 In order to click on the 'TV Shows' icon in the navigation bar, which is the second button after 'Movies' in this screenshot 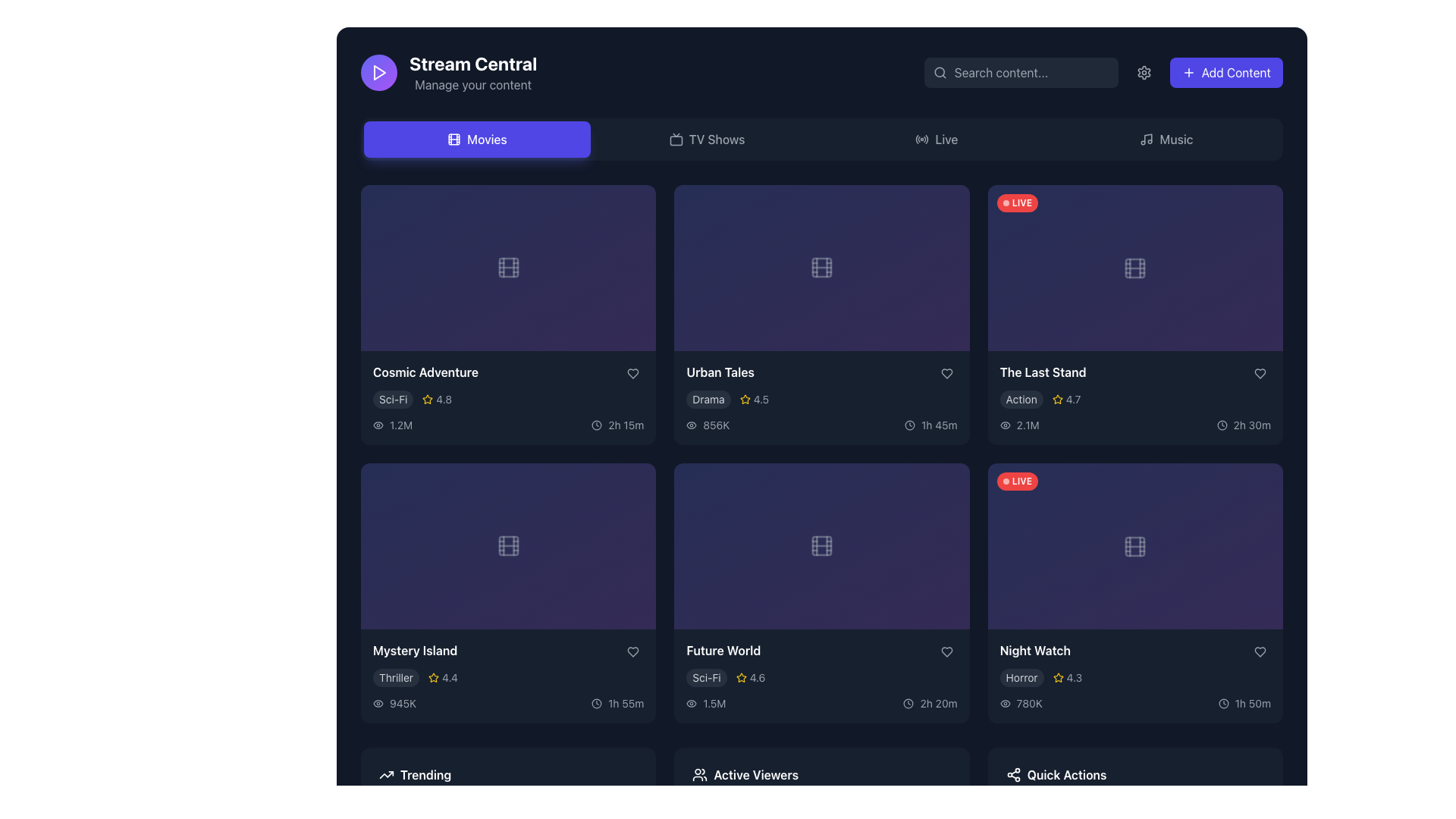, I will do `click(675, 140)`.